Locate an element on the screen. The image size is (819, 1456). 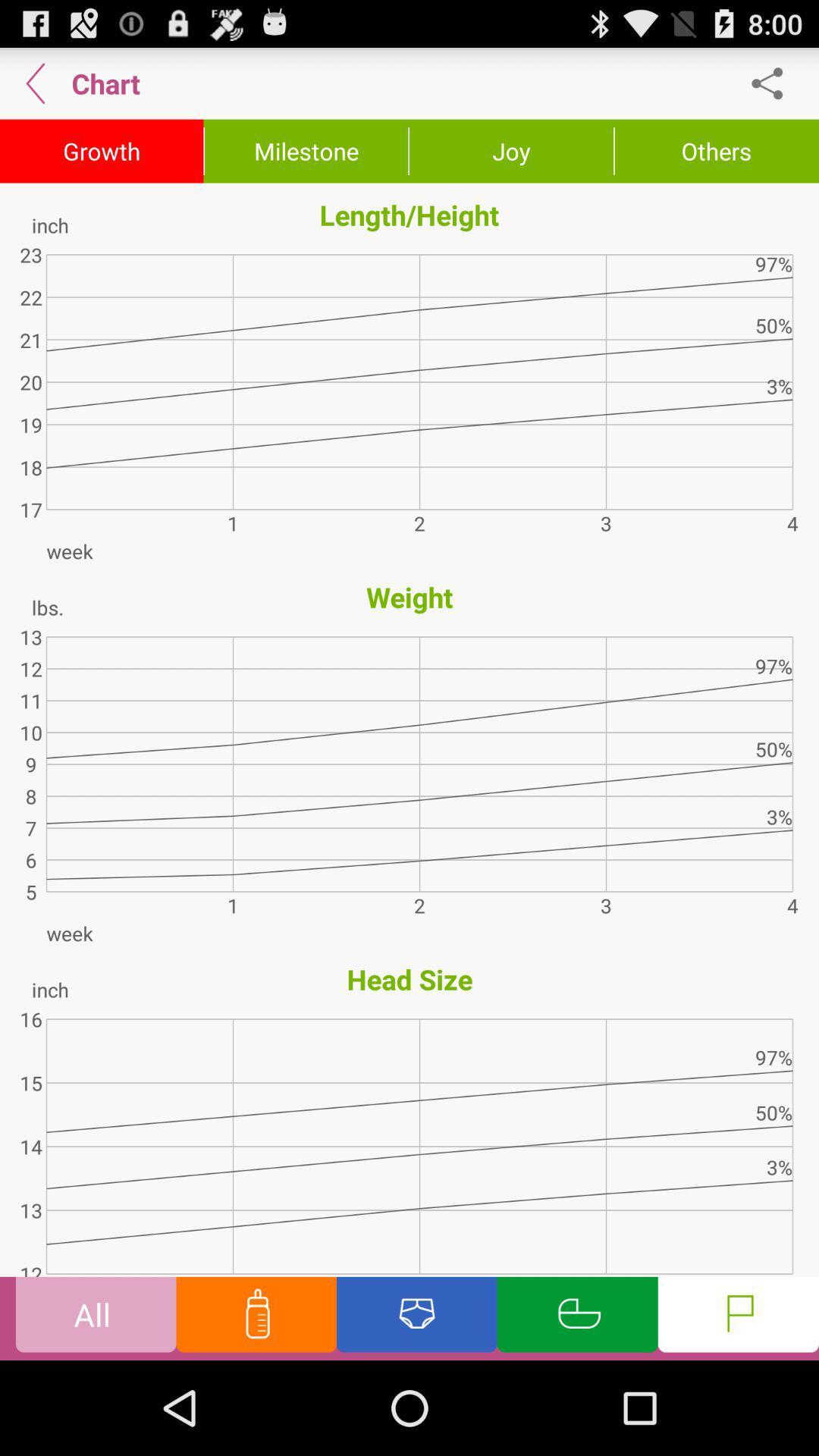
diaper log is located at coordinates (416, 1317).